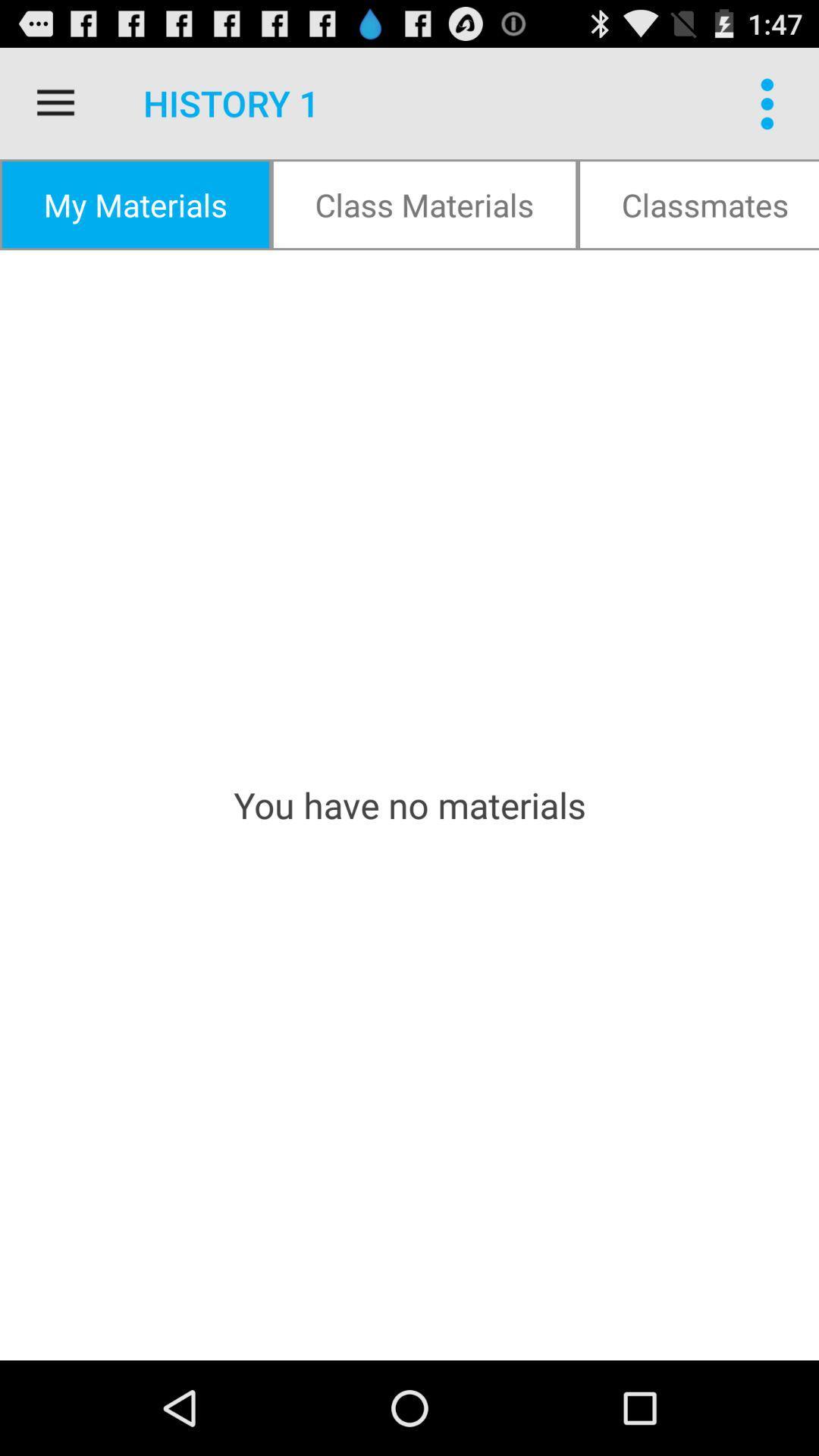 The image size is (819, 1456). What do you see at coordinates (424, 203) in the screenshot?
I see `item next to the classmates` at bounding box center [424, 203].